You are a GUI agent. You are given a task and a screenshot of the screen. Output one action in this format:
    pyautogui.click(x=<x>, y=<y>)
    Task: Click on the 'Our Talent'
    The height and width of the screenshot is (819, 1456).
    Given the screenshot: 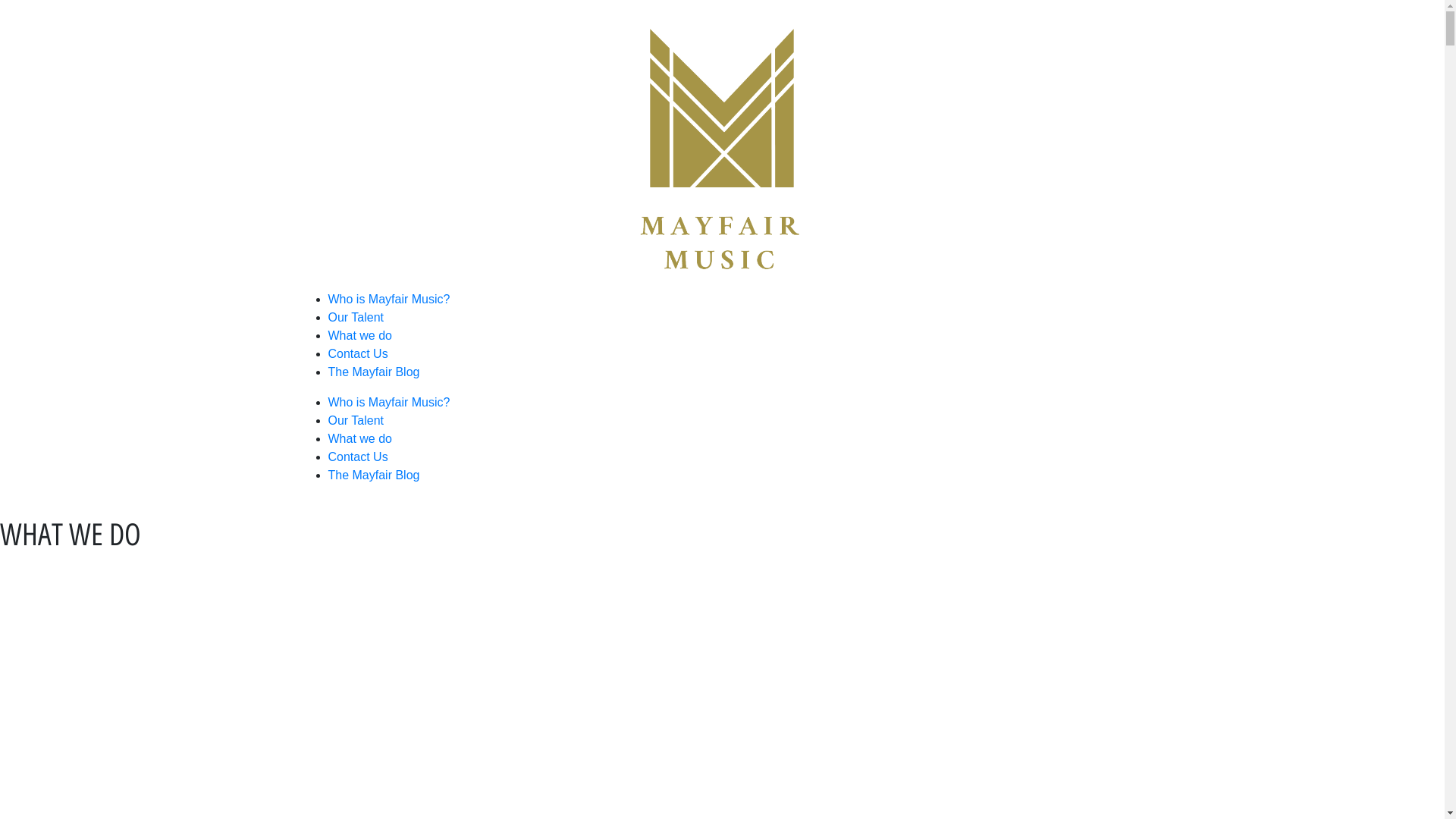 What is the action you would take?
    pyautogui.click(x=355, y=316)
    